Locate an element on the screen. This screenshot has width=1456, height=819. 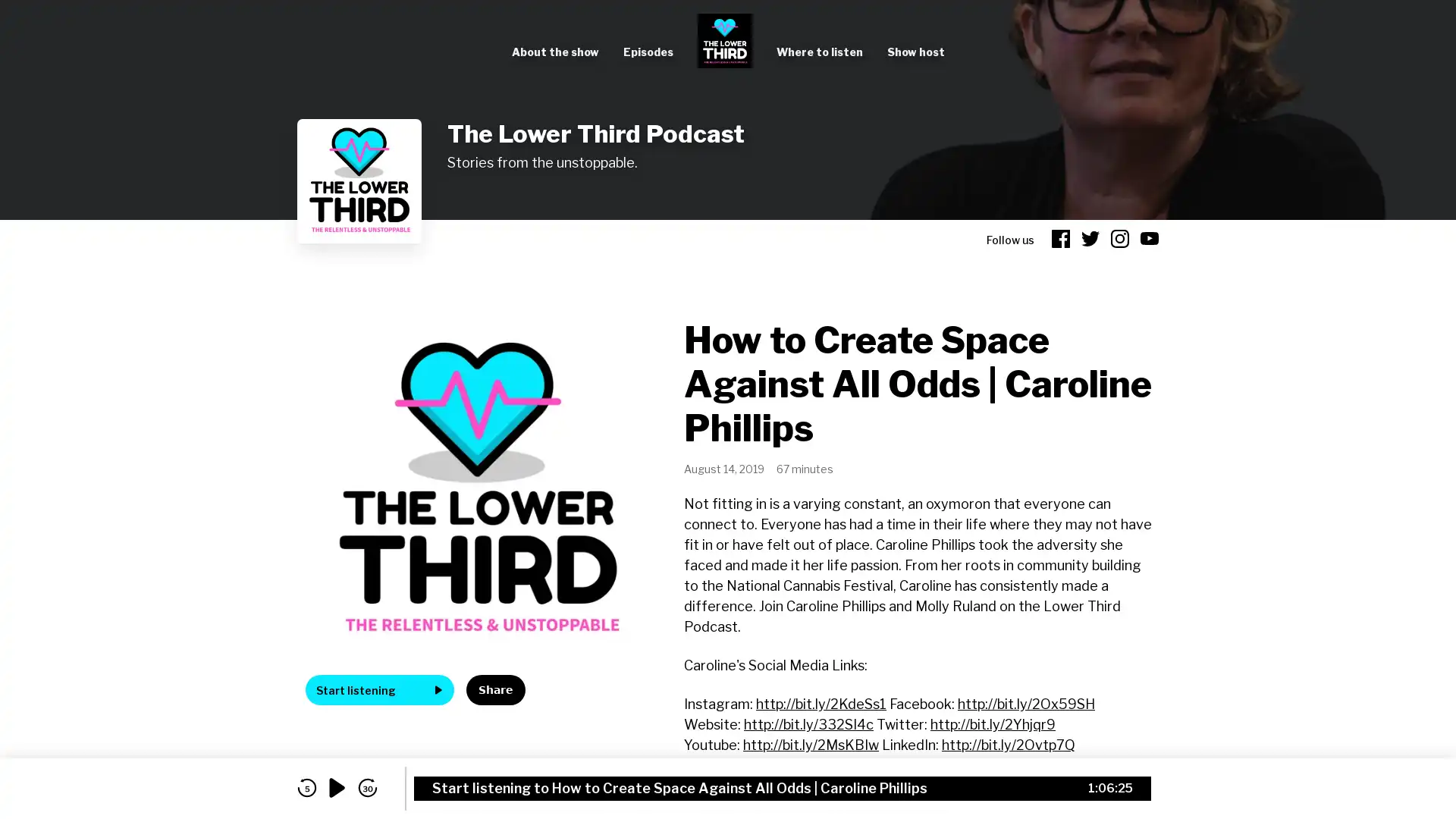
skip back 5 seconds is located at coordinates (306, 787).